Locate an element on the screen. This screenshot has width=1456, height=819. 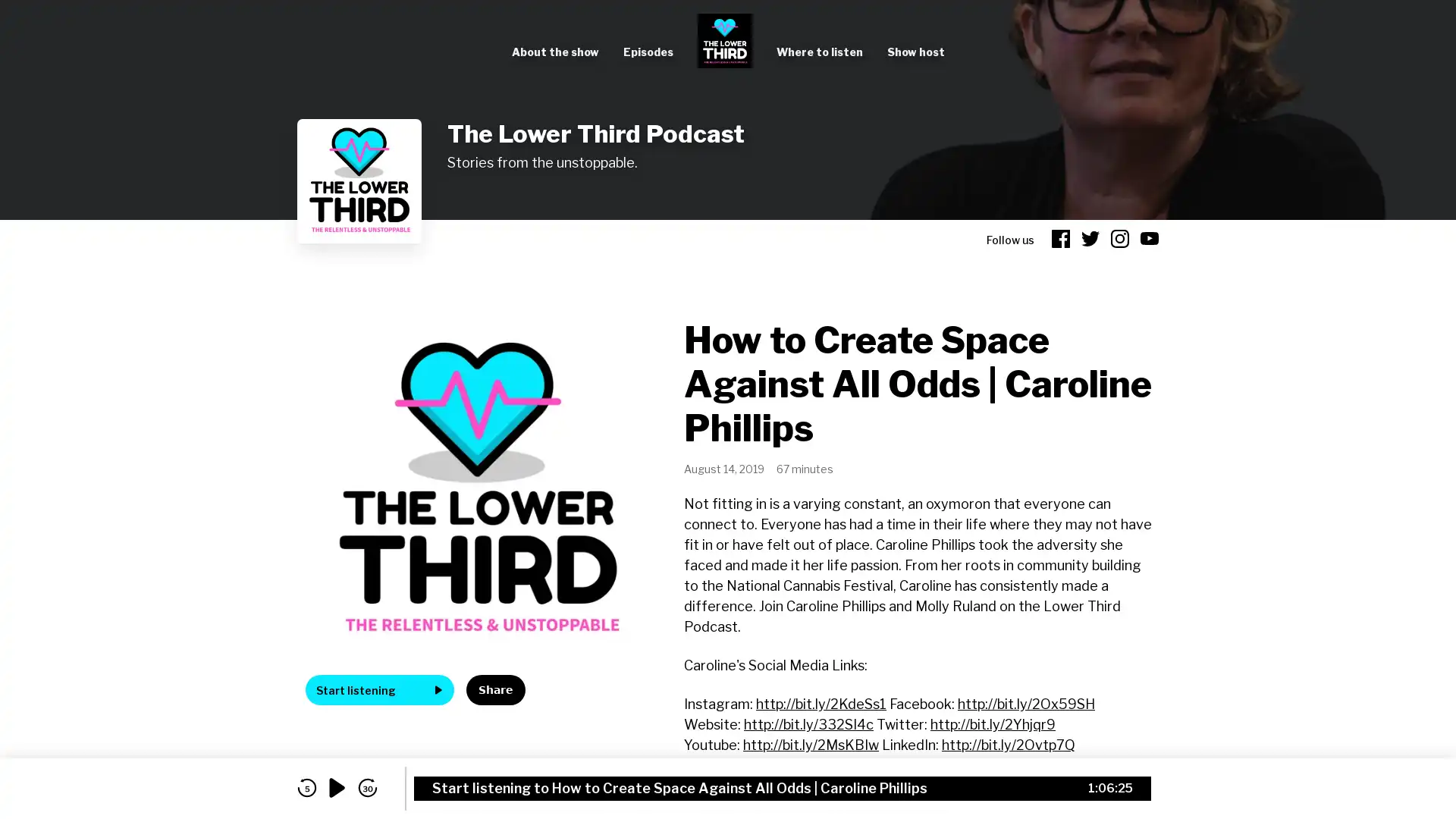
skip back 5 seconds is located at coordinates (306, 787).